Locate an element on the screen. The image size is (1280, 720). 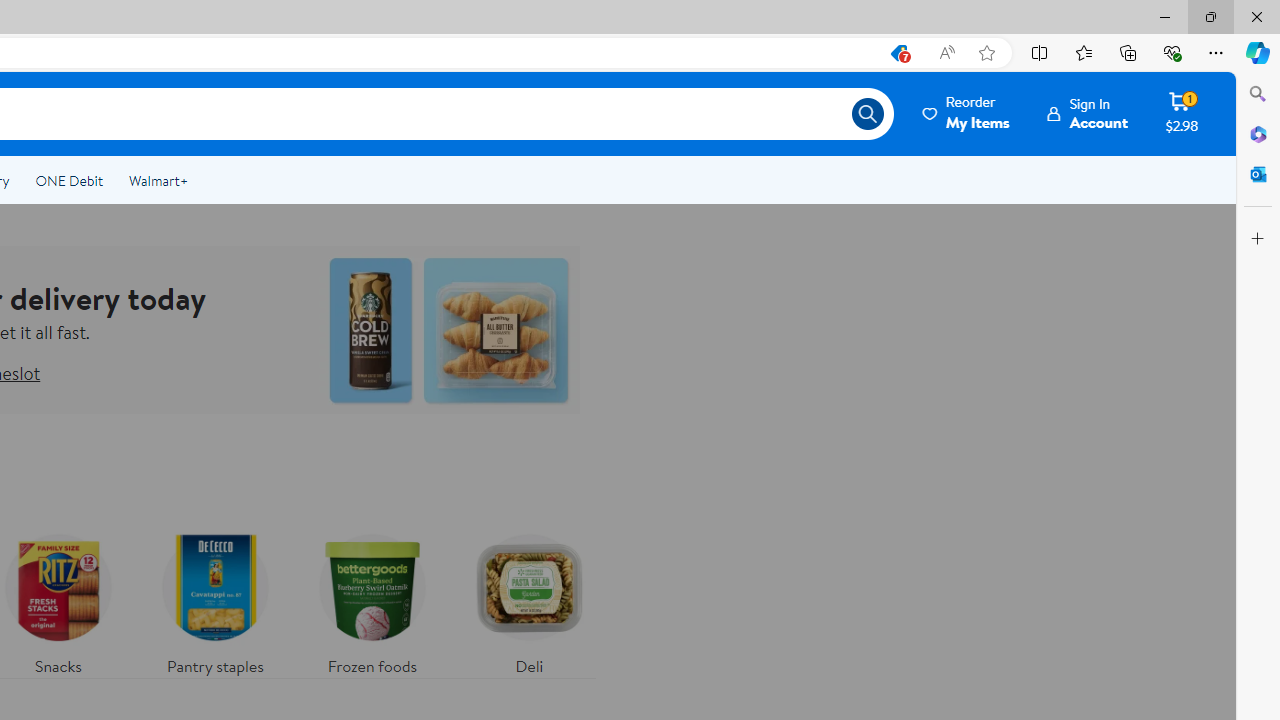
'Sign InAccount' is located at coordinates (1087, 113).